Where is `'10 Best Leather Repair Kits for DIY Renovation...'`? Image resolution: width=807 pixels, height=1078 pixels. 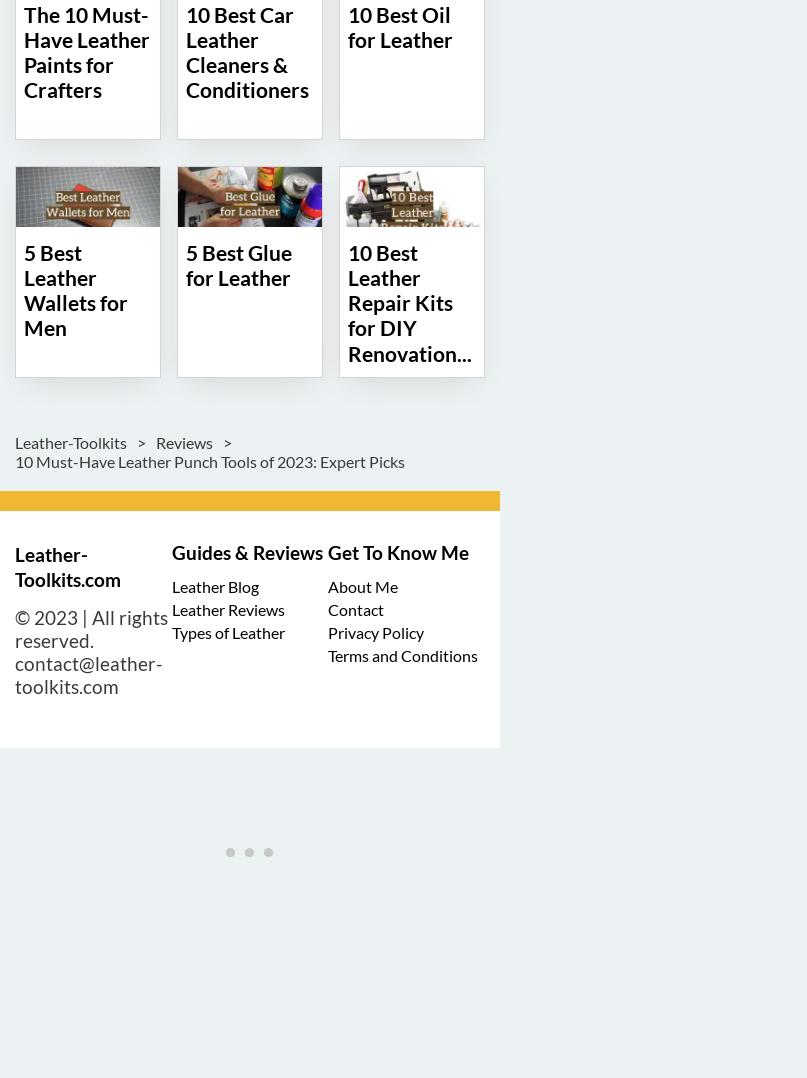
'10 Best Leather Repair Kits for DIY Renovation...' is located at coordinates (409, 301).